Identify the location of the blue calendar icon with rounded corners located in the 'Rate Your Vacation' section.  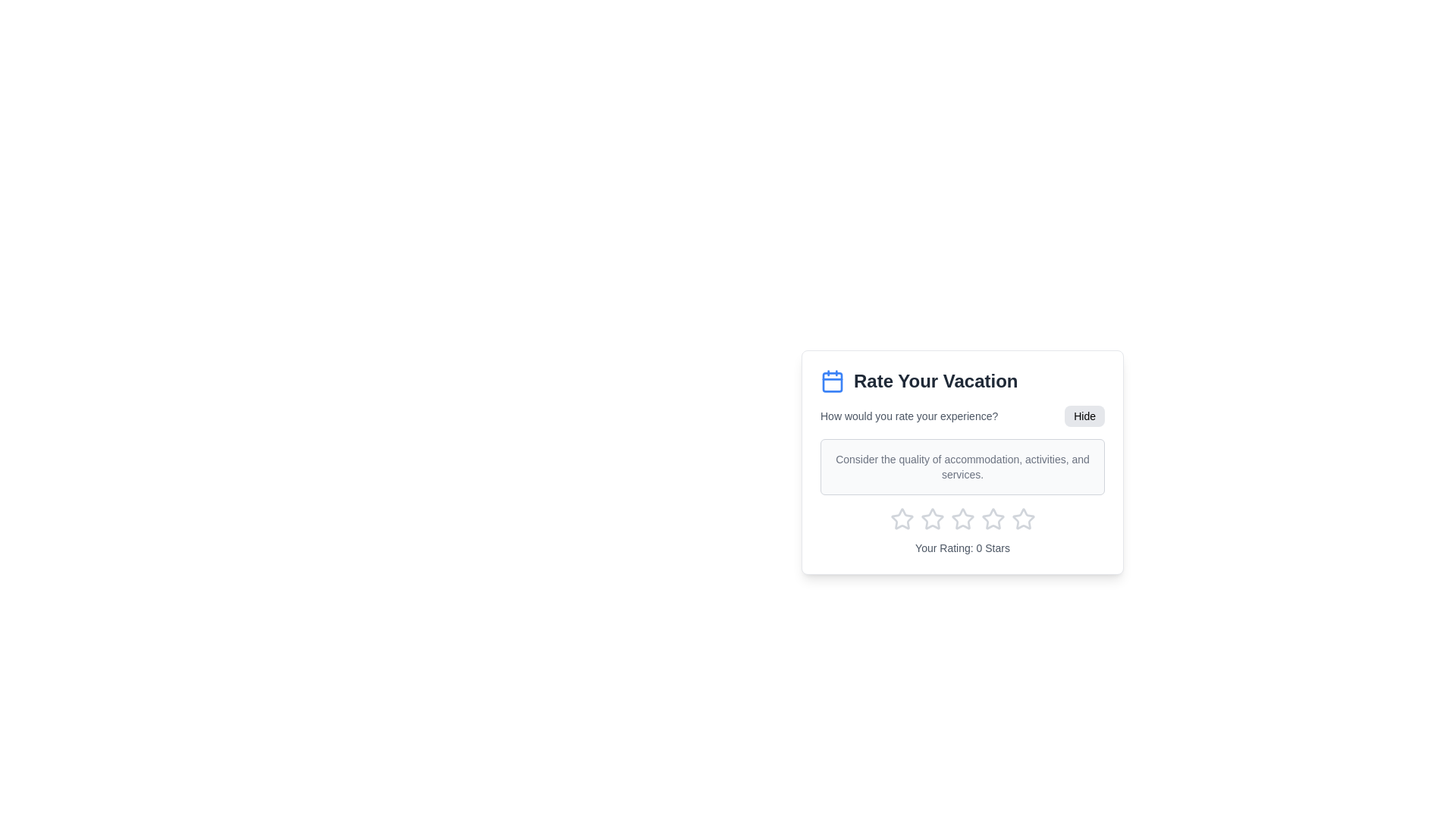
(832, 380).